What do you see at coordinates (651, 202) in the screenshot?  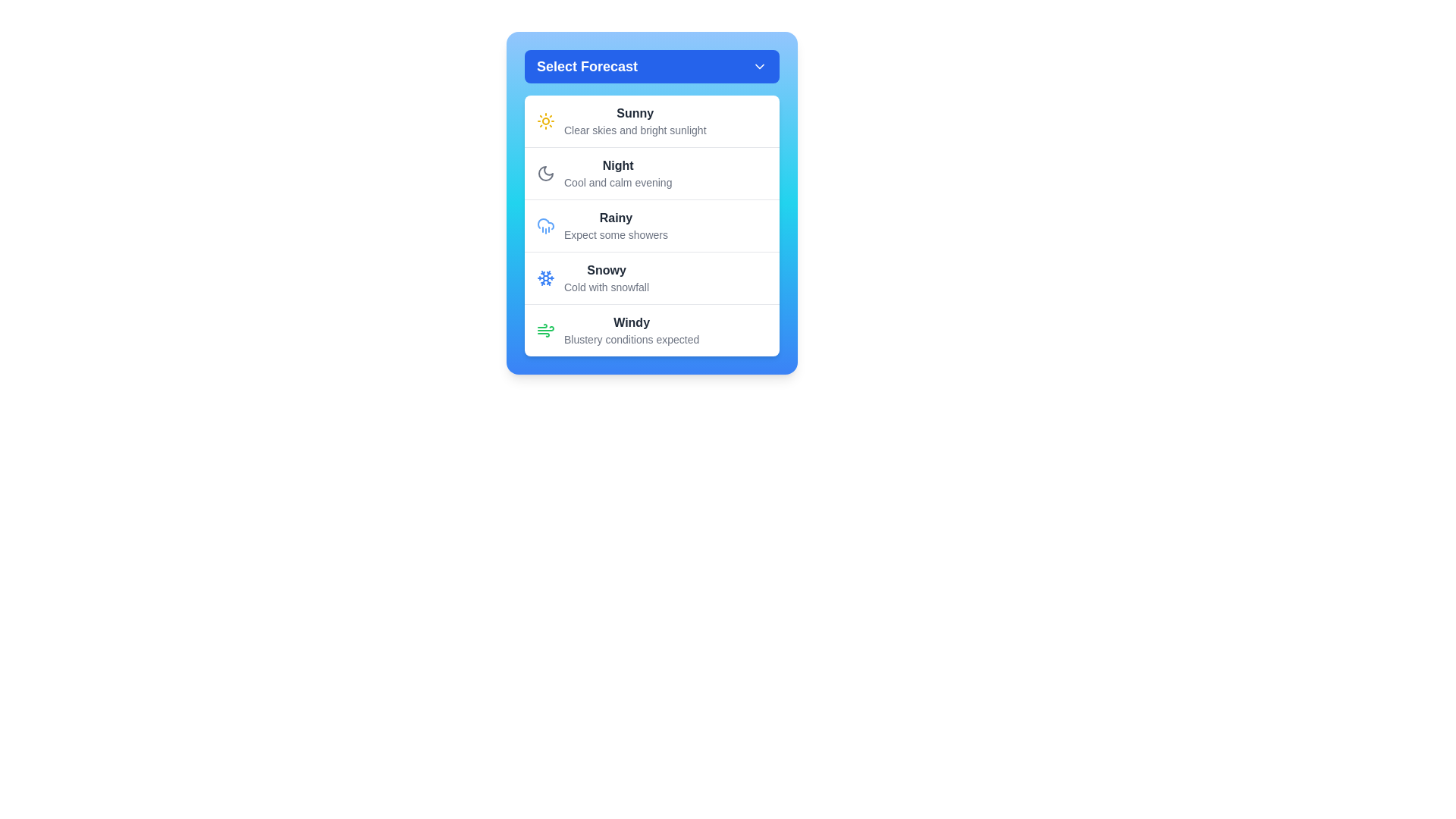 I see `the third item in the blue gradient dropdown menu, which is labeled 'Rainy Expect some showers'` at bounding box center [651, 202].